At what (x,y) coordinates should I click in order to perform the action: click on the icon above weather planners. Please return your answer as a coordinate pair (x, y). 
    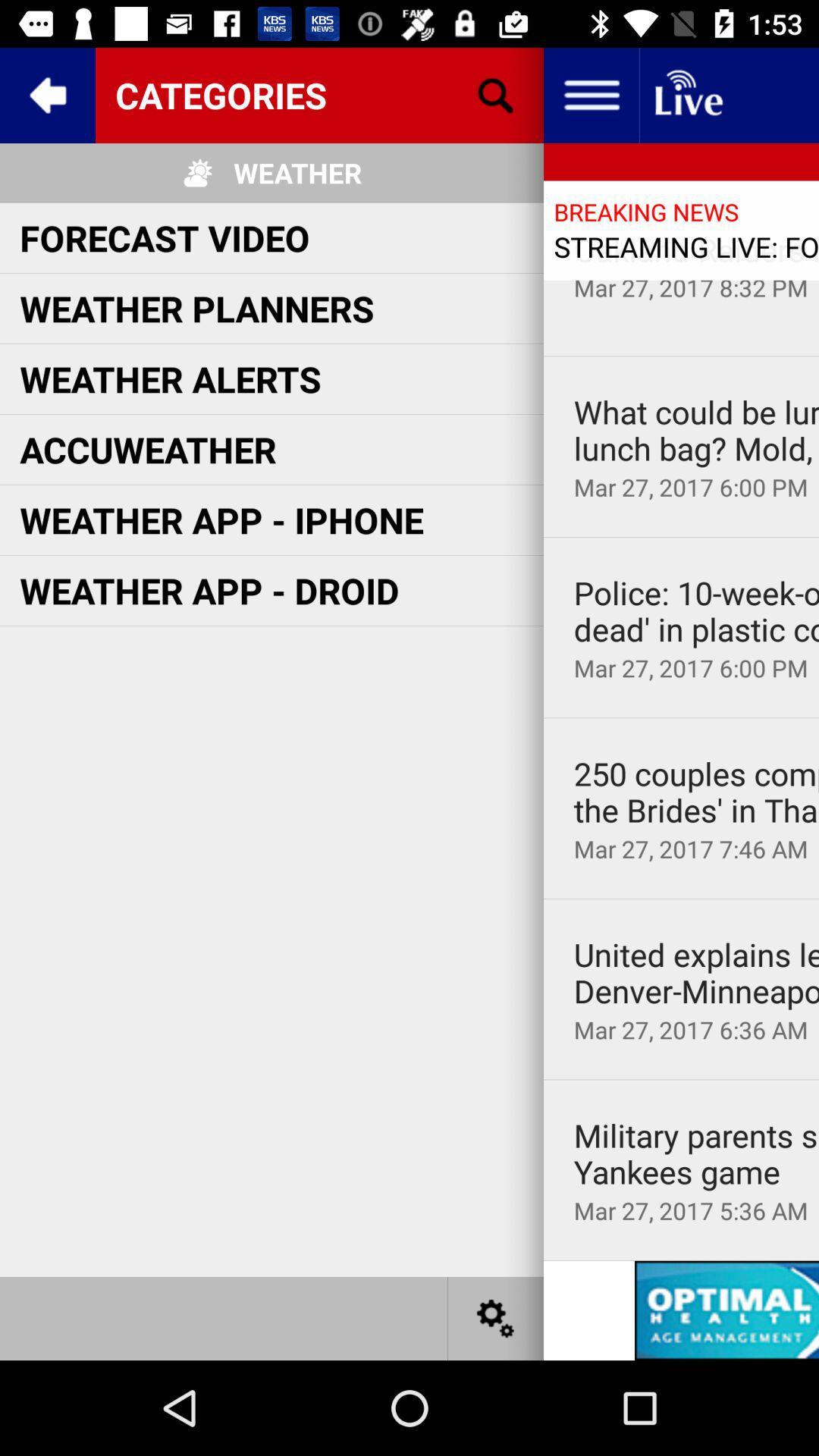
    Looking at the image, I should click on (165, 237).